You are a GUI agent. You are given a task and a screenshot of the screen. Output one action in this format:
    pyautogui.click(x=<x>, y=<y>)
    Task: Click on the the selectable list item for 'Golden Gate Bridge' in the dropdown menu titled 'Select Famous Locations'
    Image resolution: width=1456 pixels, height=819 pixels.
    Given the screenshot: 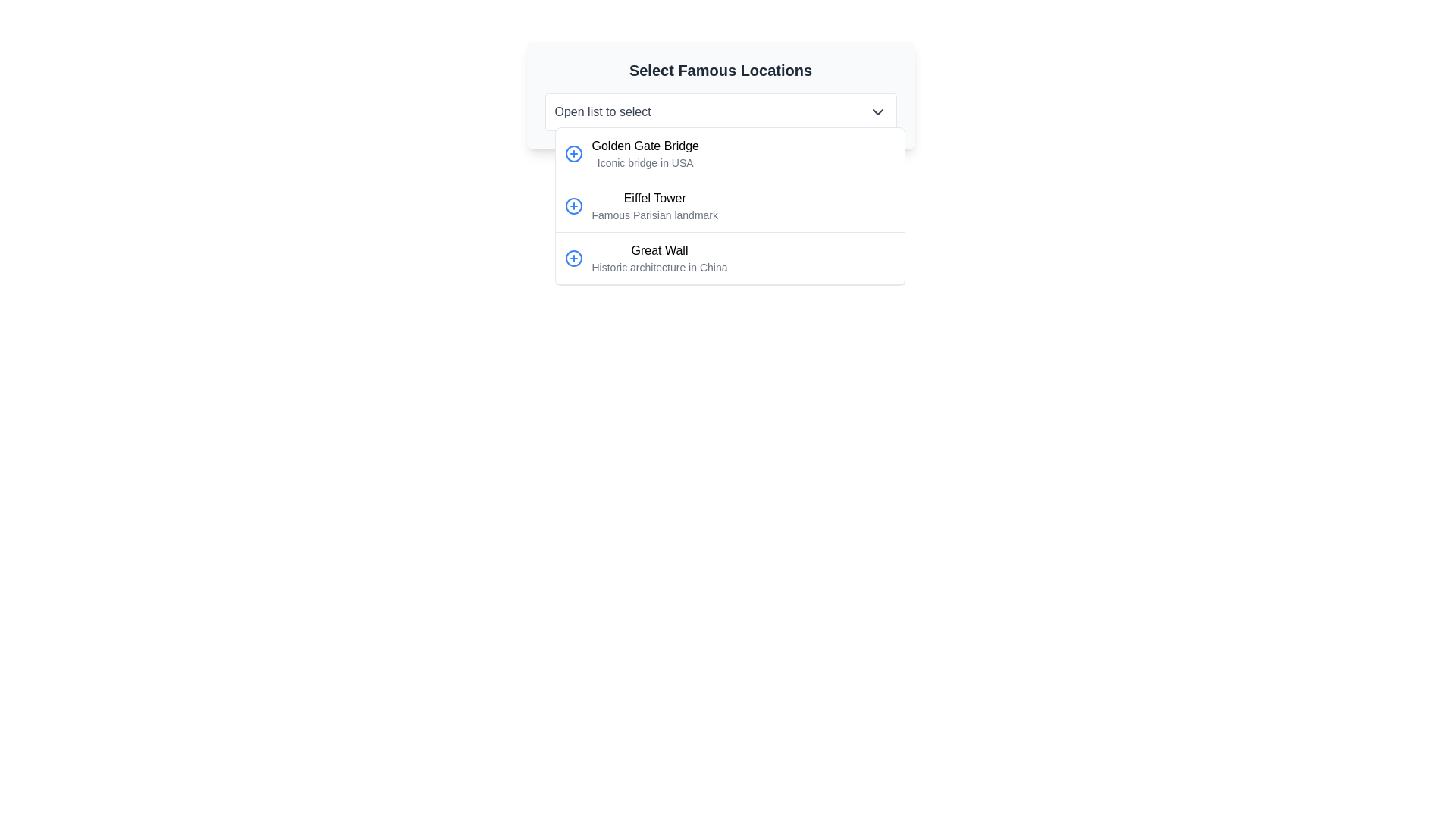 What is the action you would take?
    pyautogui.click(x=730, y=154)
    